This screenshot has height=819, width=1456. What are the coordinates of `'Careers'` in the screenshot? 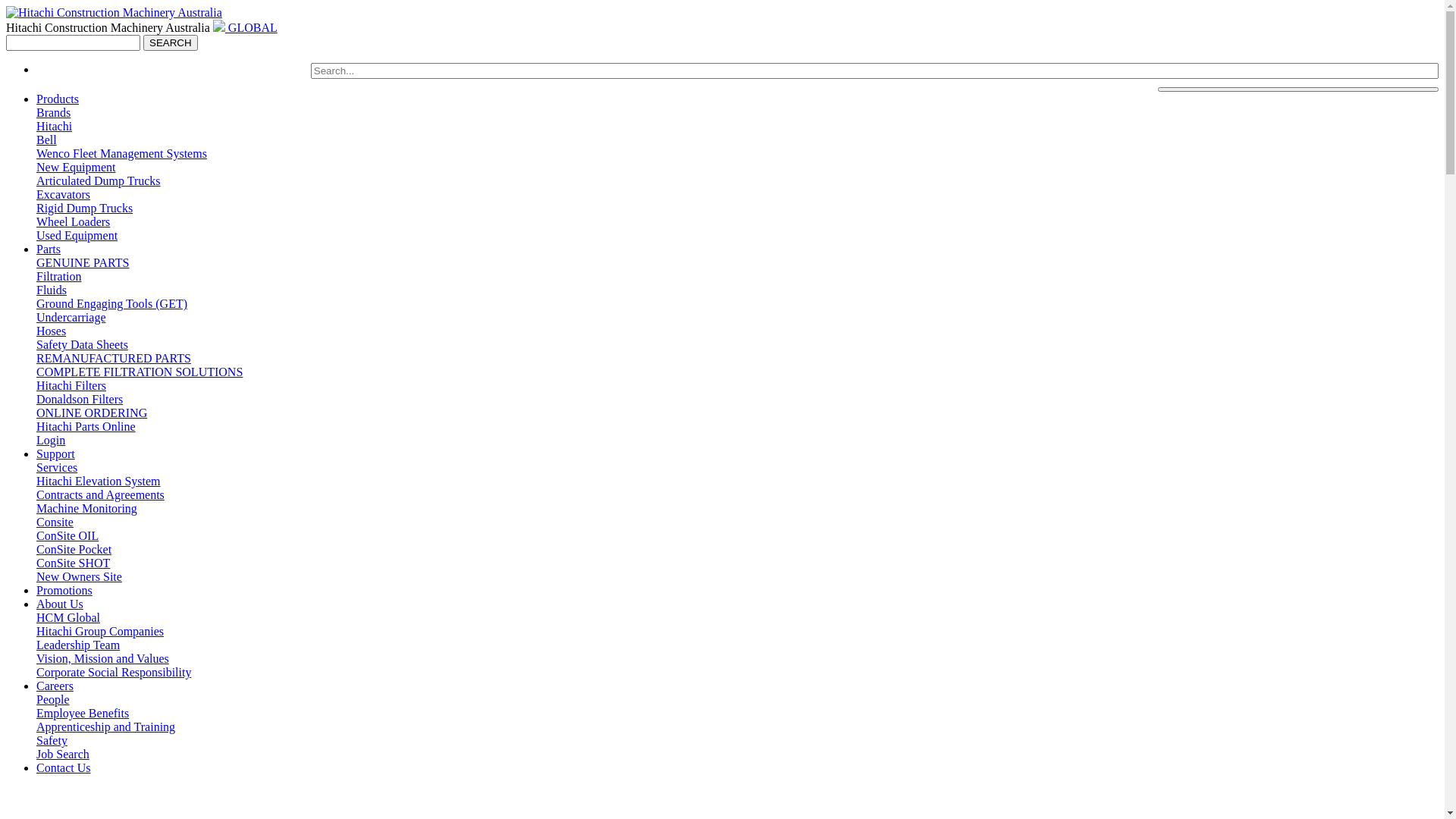 It's located at (55, 686).